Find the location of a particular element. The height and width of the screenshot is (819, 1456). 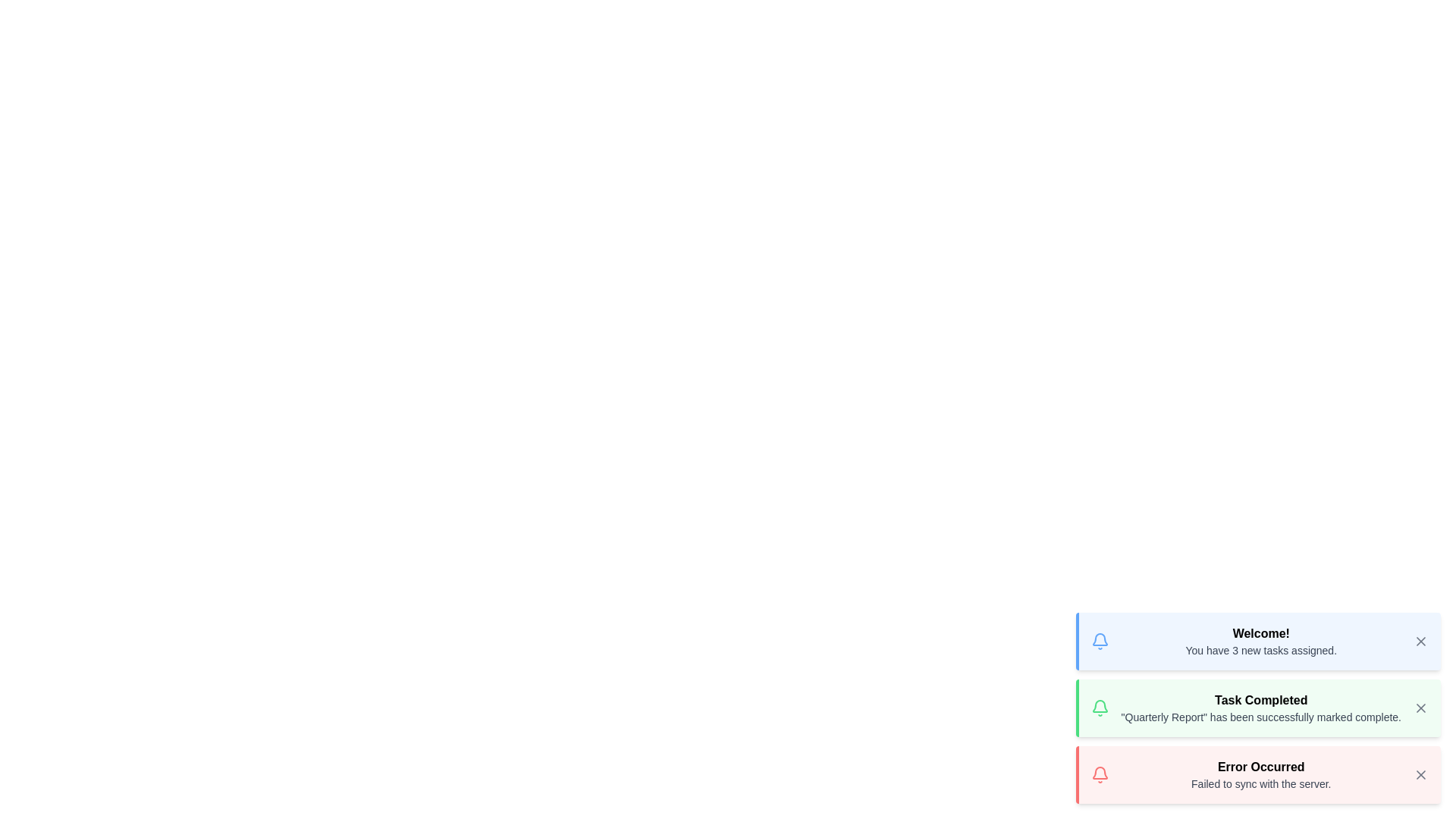

the close button SVG icon located in the upper-right corner of the 'Welcome! You have 3 new tasks assigned.' notification card is located at coordinates (1420, 641).